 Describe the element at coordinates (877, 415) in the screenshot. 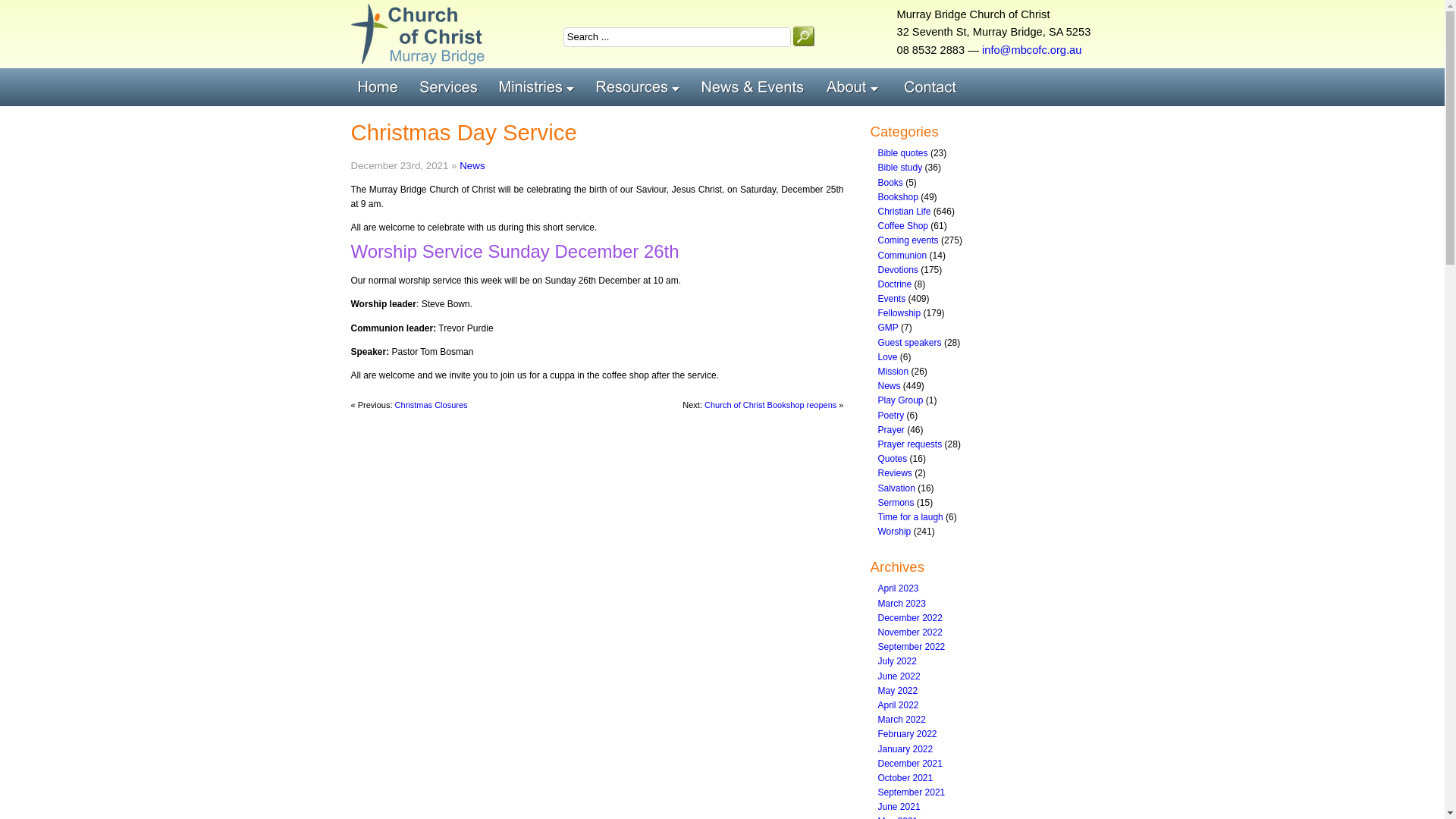

I see `'Poetry'` at that location.